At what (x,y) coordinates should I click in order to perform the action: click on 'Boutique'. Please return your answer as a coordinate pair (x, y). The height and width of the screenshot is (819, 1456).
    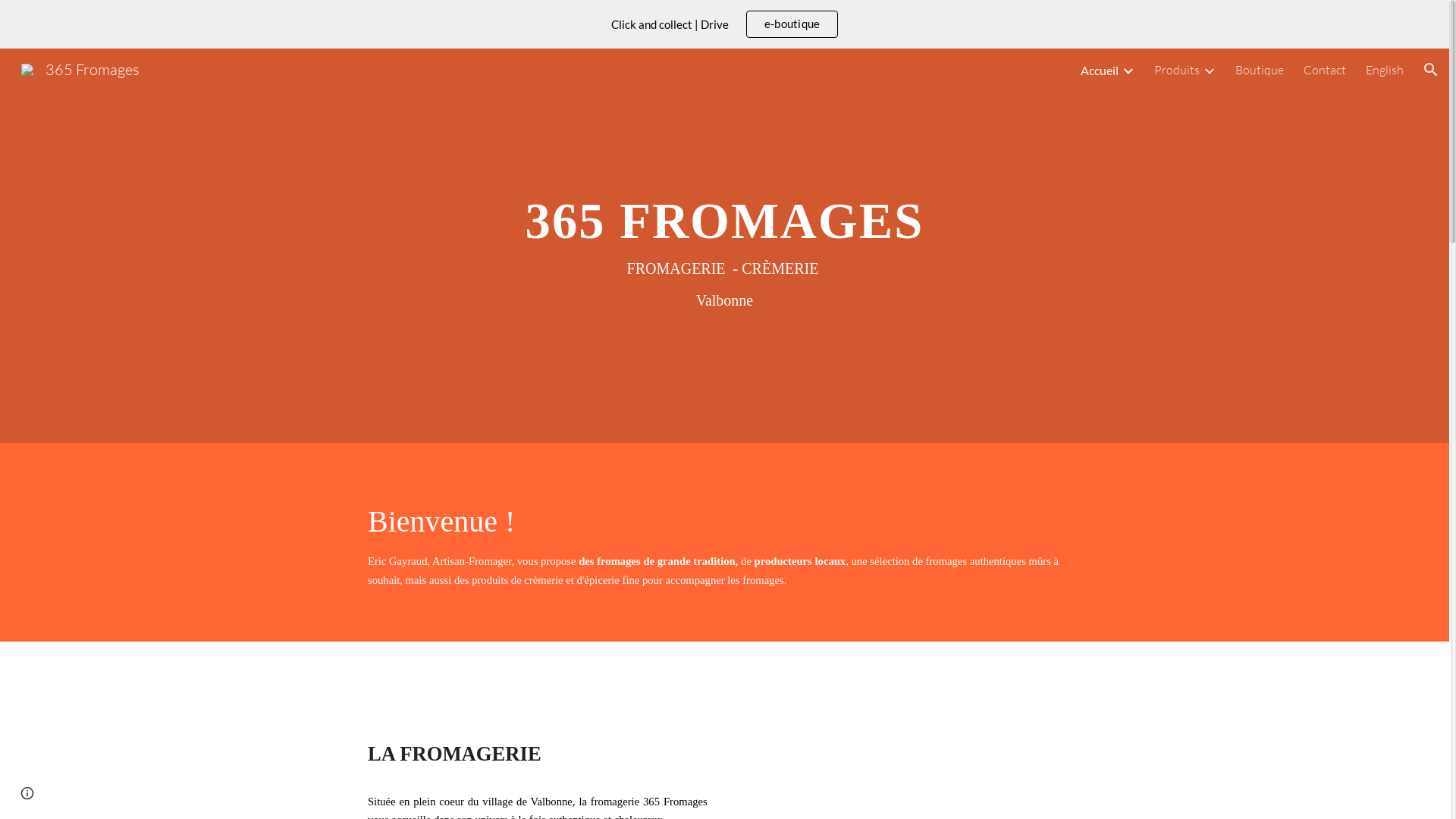
    Looking at the image, I should click on (1259, 70).